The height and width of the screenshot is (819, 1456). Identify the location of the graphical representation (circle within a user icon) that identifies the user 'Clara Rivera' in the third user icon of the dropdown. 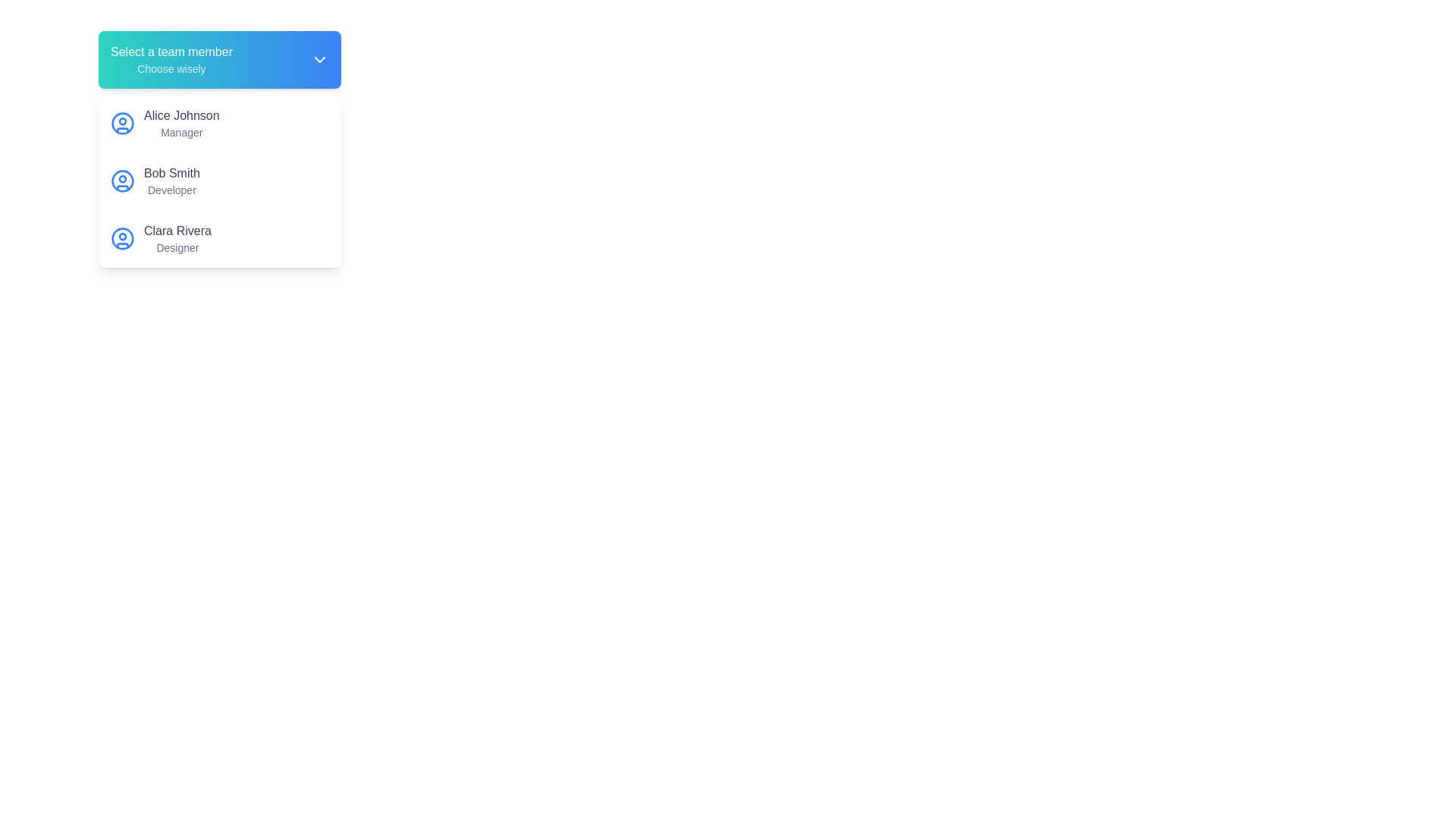
(123, 239).